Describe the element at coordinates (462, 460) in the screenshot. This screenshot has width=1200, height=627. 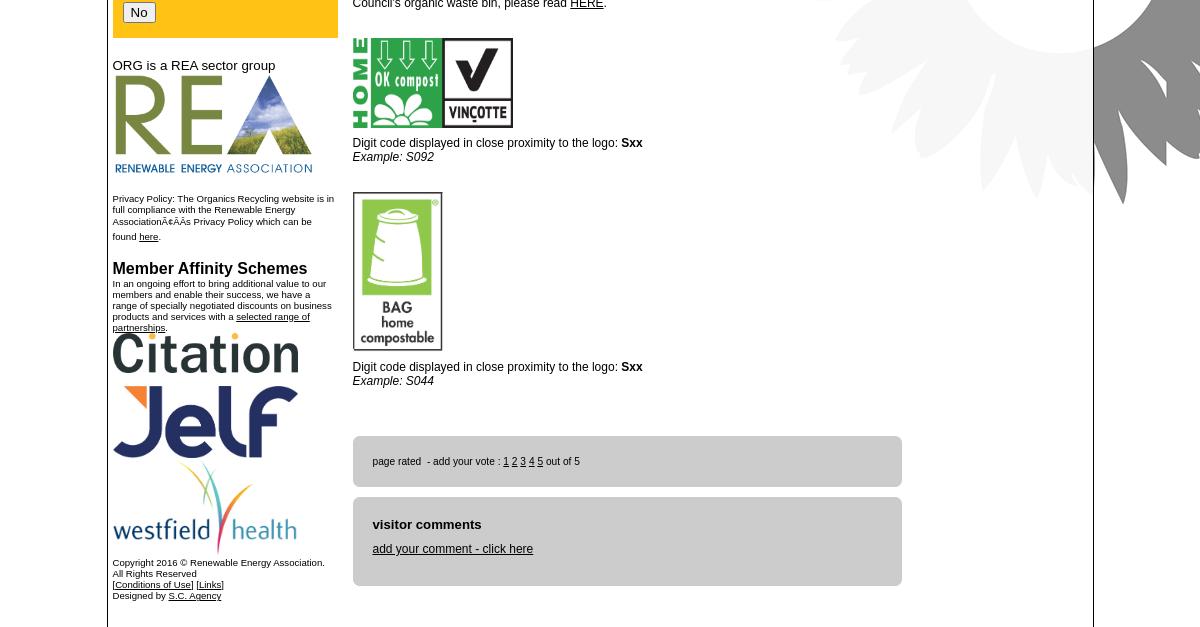
I see `'- add your vote :'` at that location.